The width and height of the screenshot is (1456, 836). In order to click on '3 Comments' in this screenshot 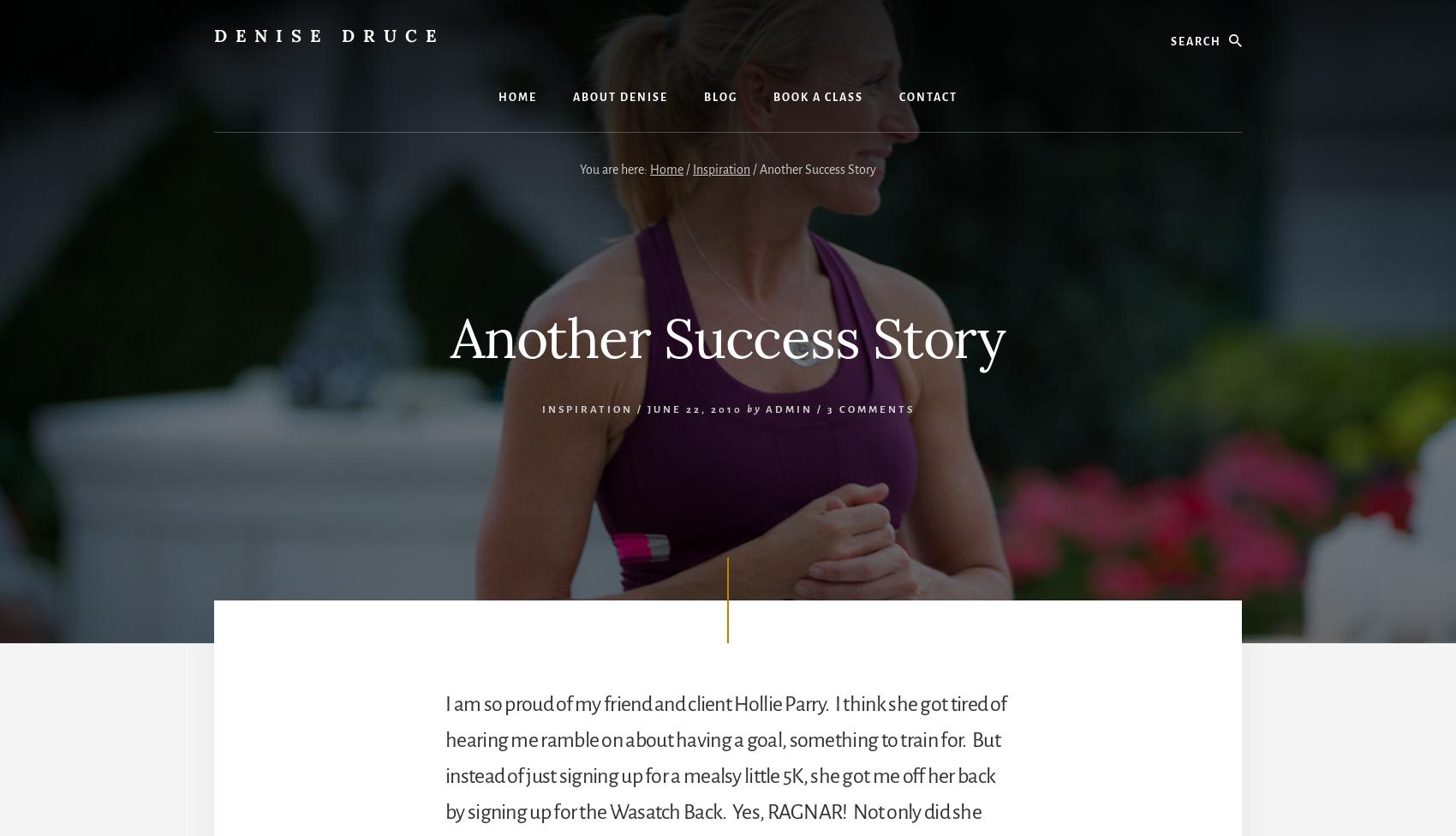, I will do `click(825, 408)`.